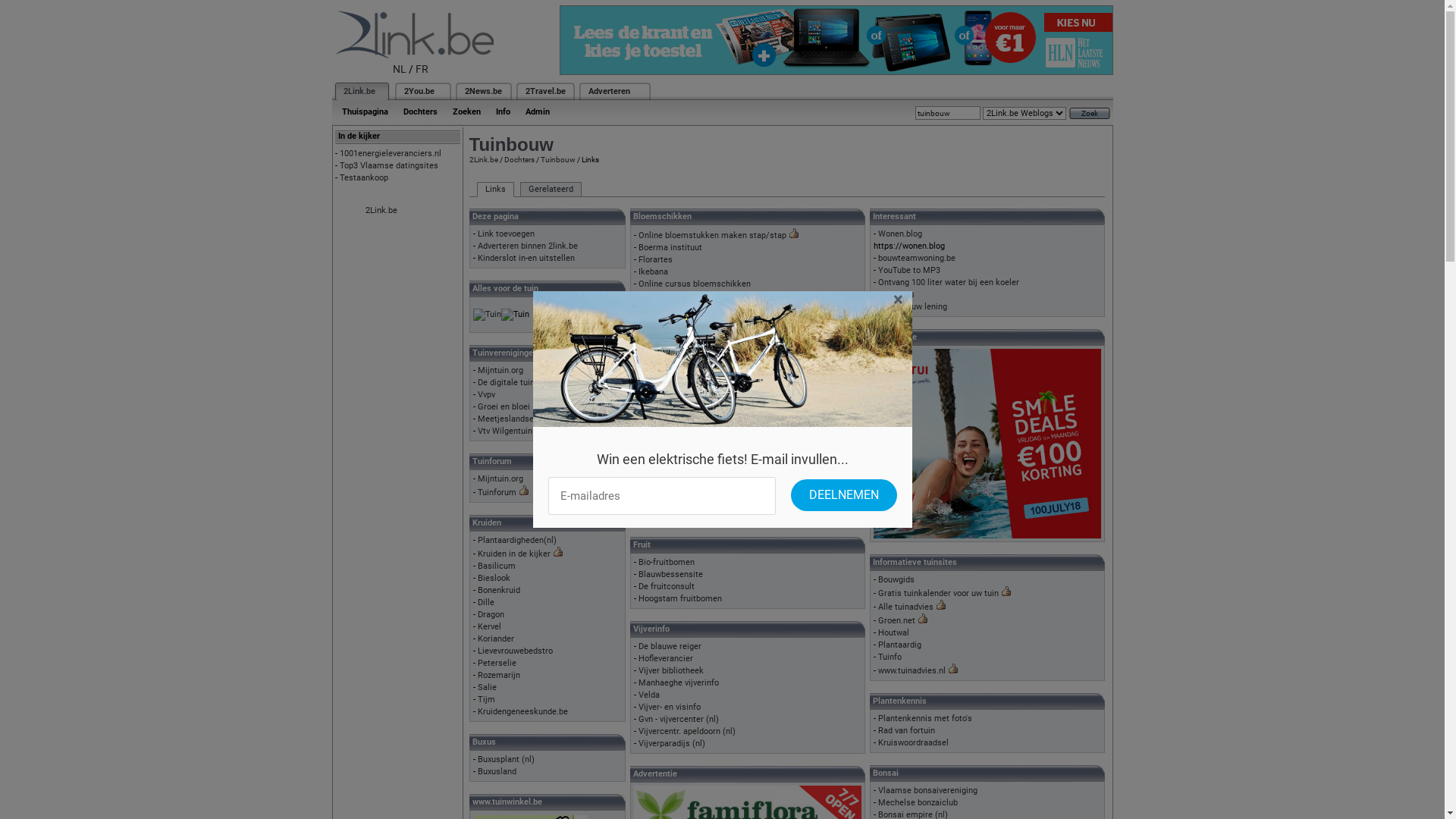  Describe the element at coordinates (899, 234) in the screenshot. I see `'Wonen.blog'` at that location.